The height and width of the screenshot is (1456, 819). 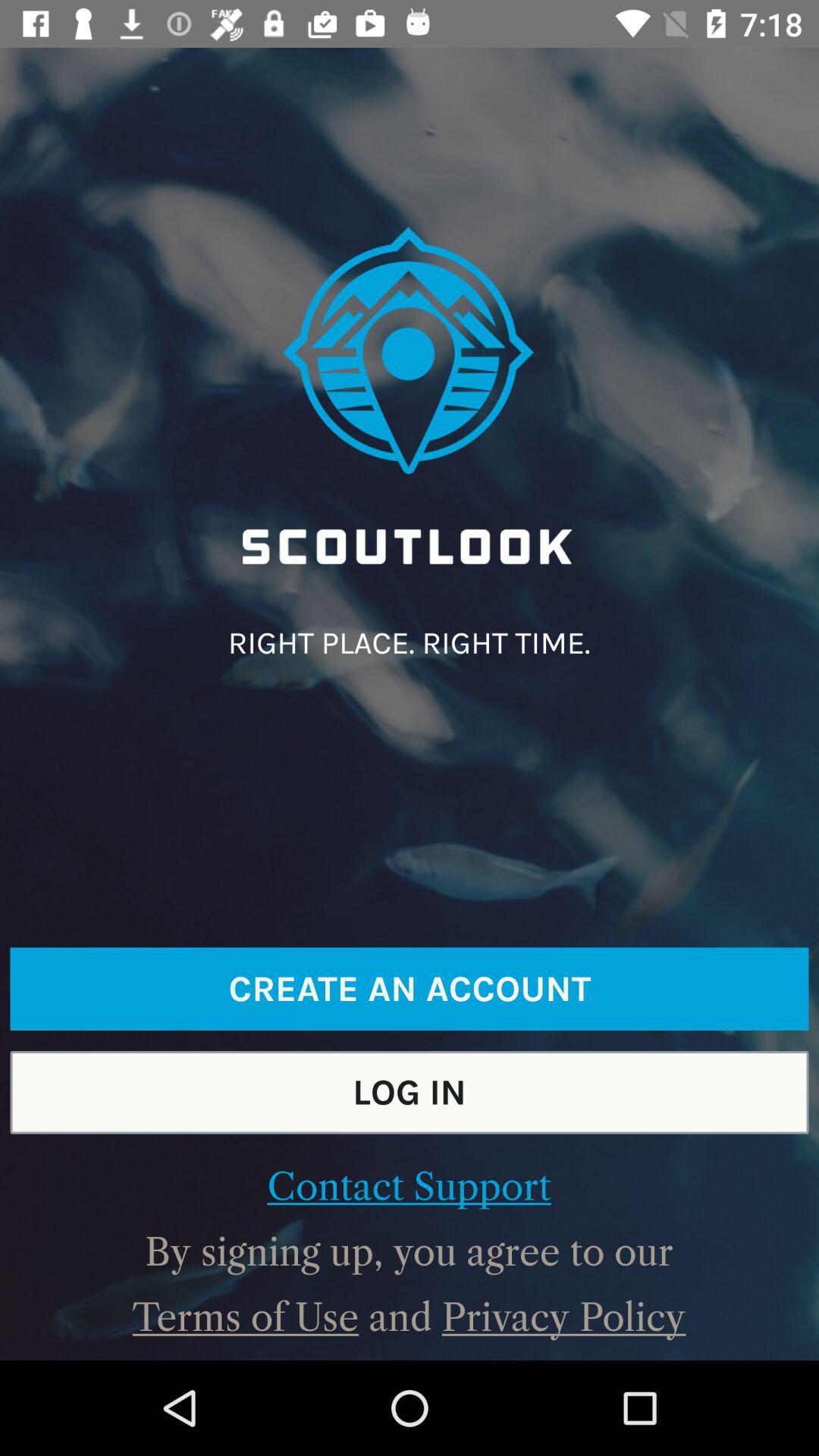 What do you see at coordinates (563, 1316) in the screenshot?
I see `icon next to  and  item` at bounding box center [563, 1316].